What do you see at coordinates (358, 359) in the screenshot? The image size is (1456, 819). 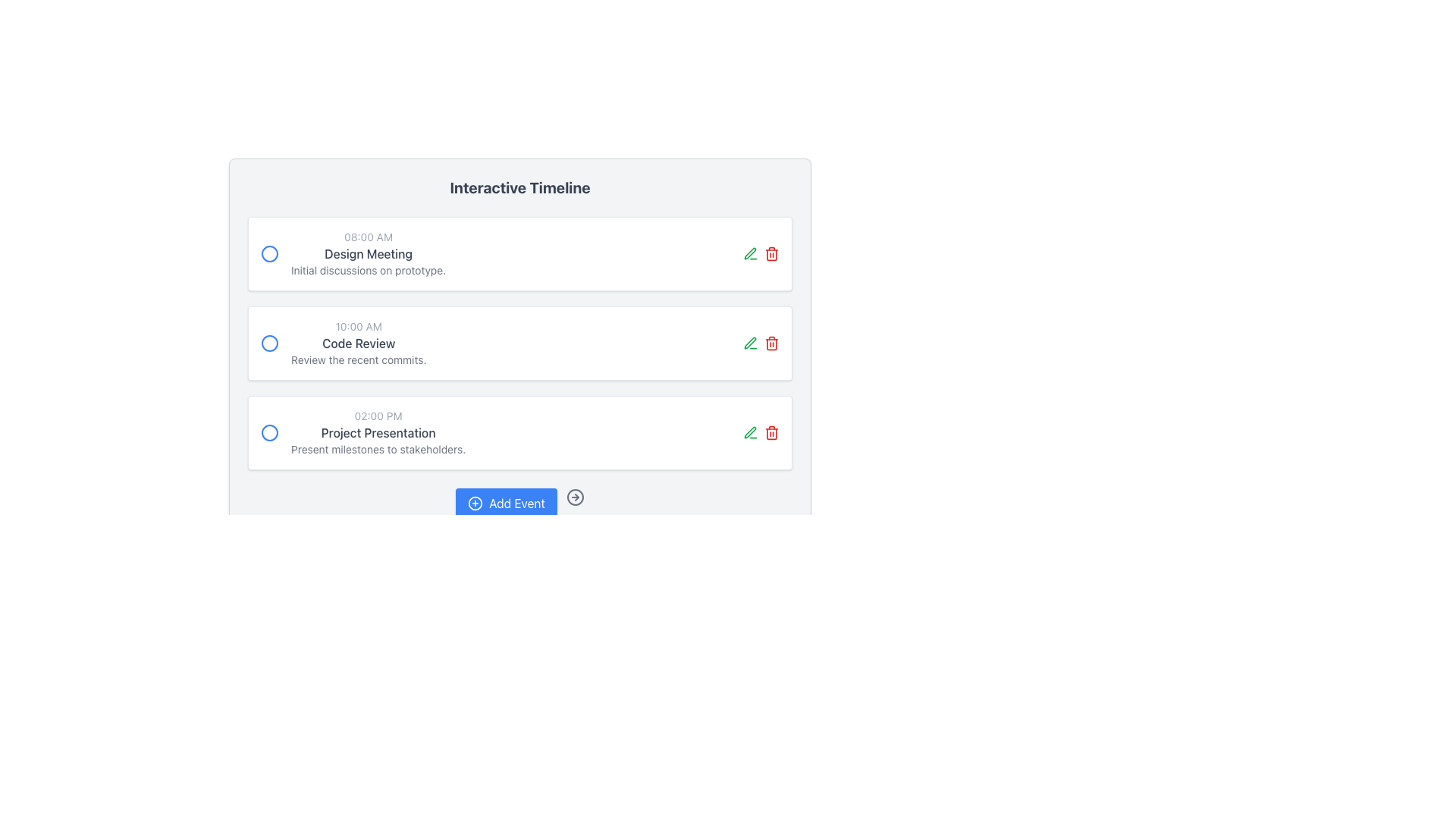 I see `the Text Label that provides a summary about the 'Code Review' event in the second event card of the timeline` at bounding box center [358, 359].